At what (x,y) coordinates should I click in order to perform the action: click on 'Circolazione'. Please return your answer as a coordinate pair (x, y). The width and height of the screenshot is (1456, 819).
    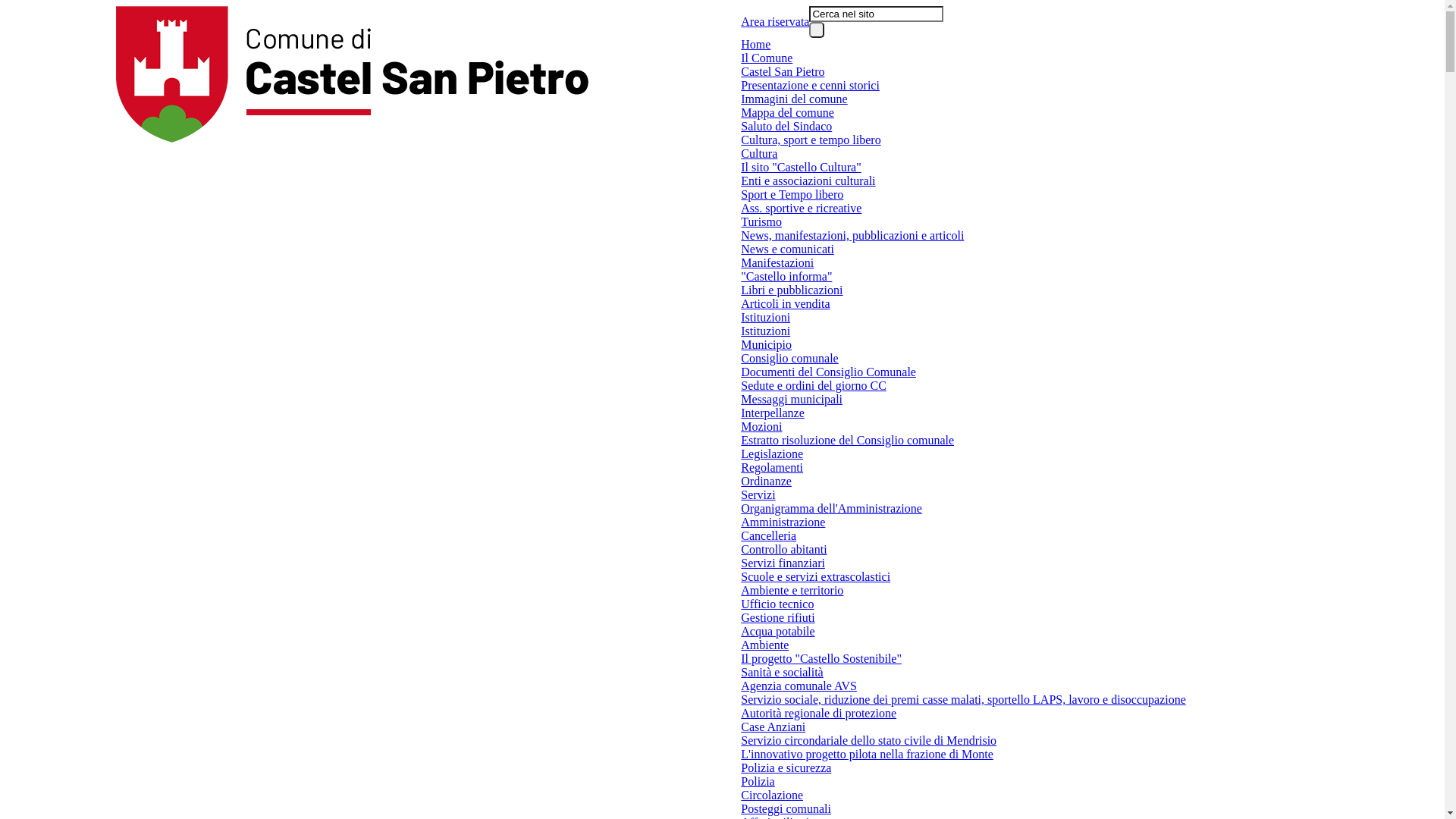
    Looking at the image, I should click on (771, 795).